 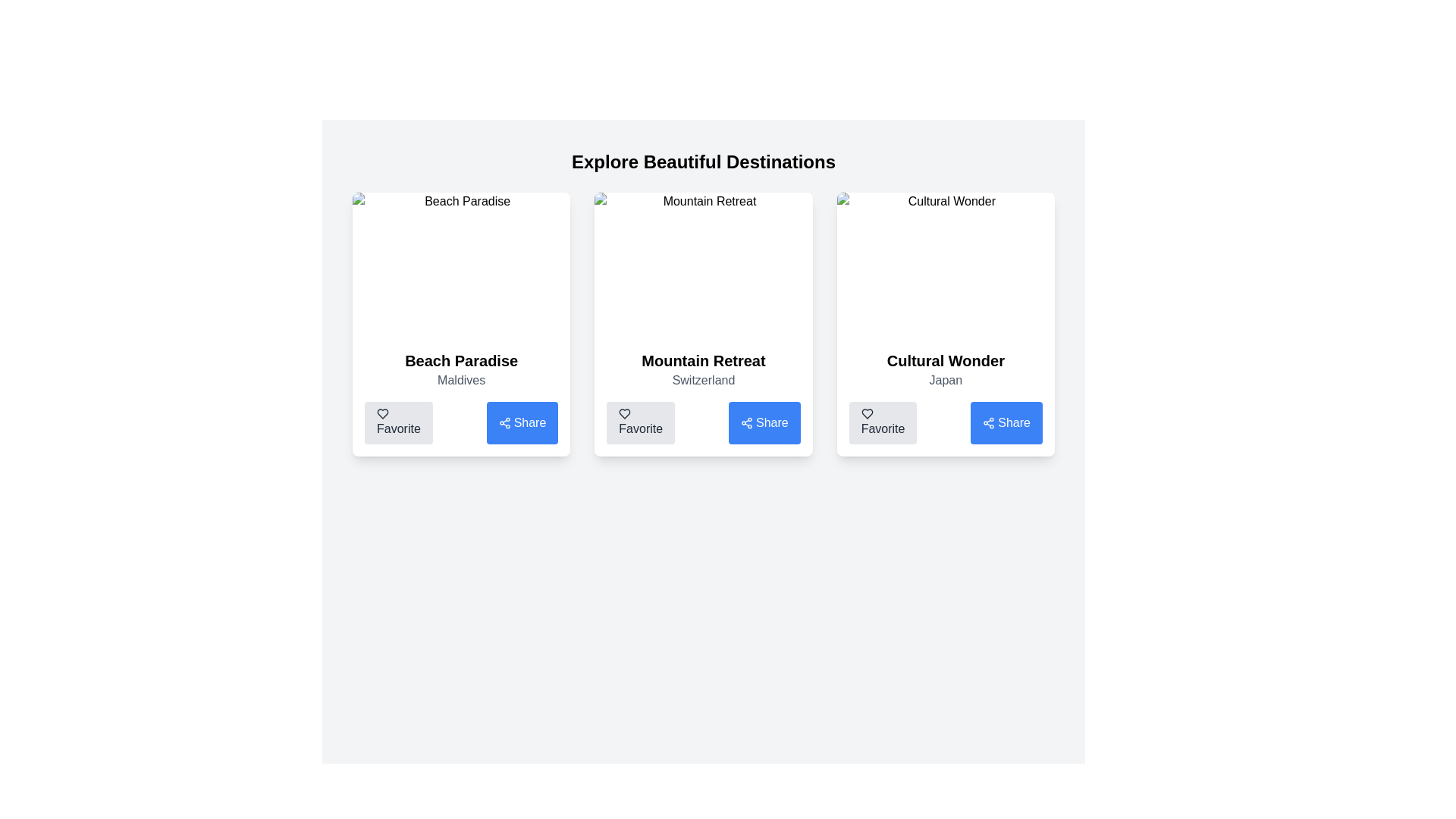 I want to click on the static text label displaying 'Maldives', which is located below the bold title 'Beach Paradise' in the first card of the grid, so click(x=460, y=379).